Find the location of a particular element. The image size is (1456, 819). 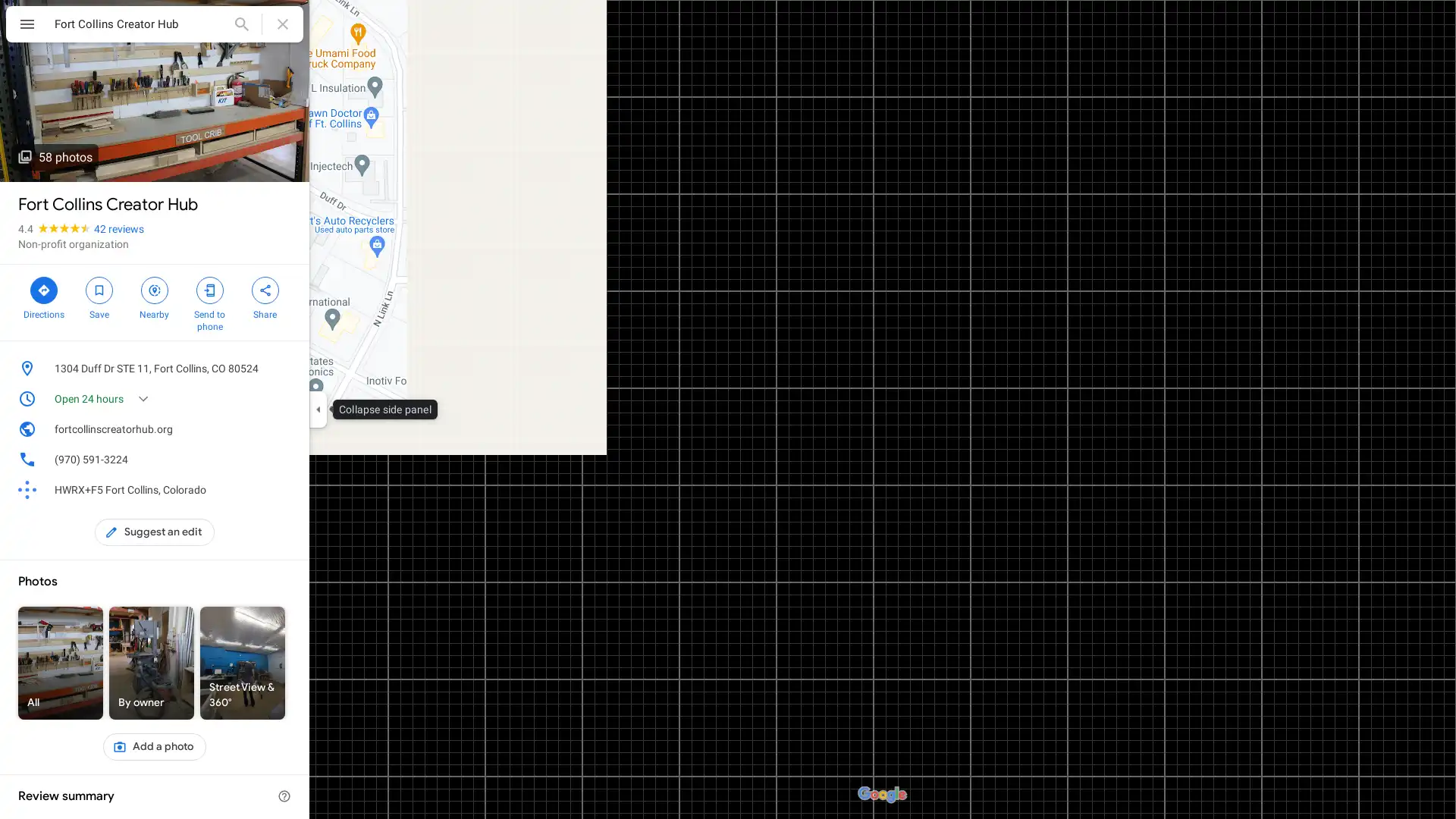

42 reviews is located at coordinates (118, 228).